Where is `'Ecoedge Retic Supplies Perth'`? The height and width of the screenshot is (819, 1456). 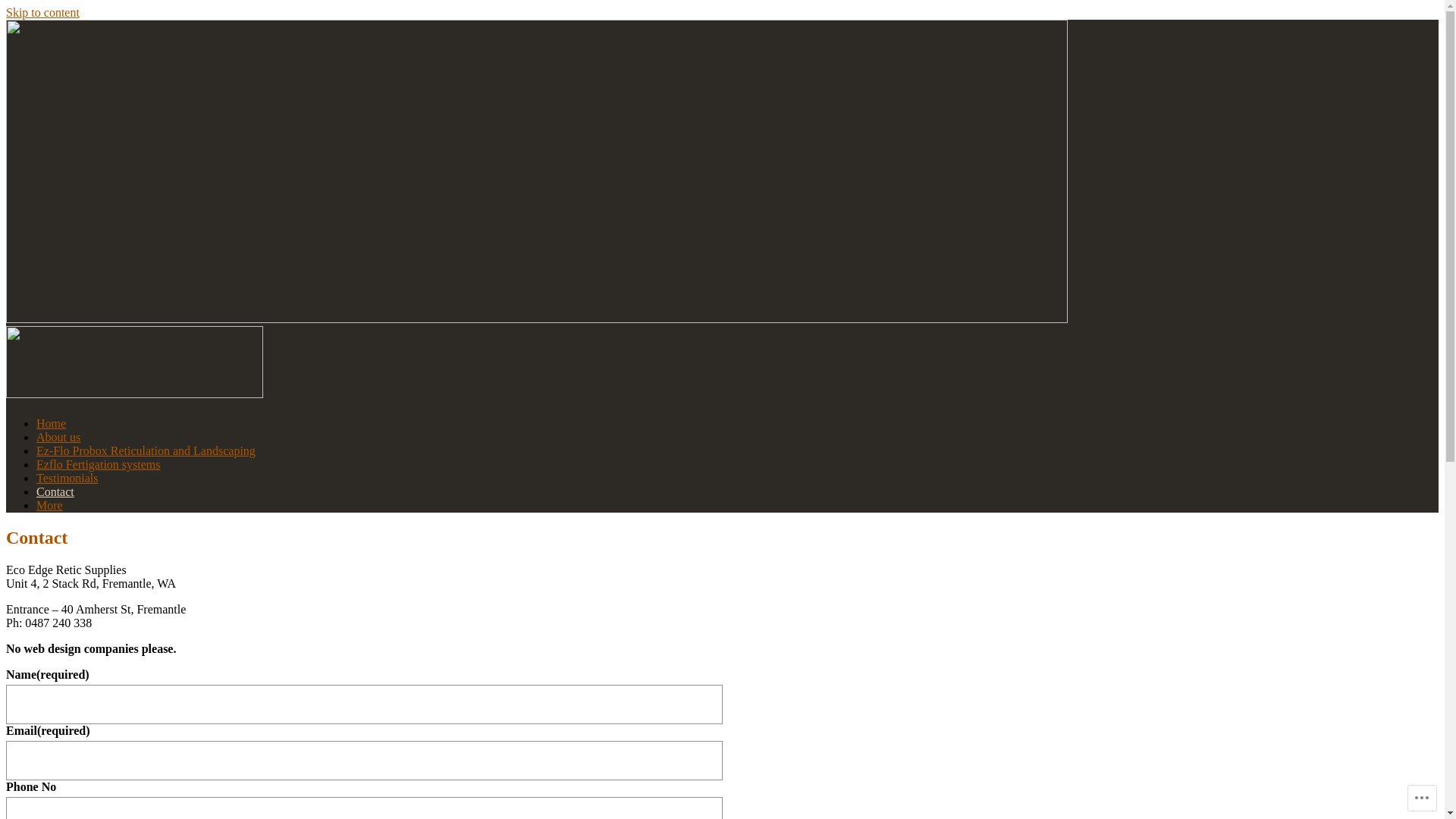
'Ecoedge Retic Supplies Perth' is located at coordinates (158, 431).